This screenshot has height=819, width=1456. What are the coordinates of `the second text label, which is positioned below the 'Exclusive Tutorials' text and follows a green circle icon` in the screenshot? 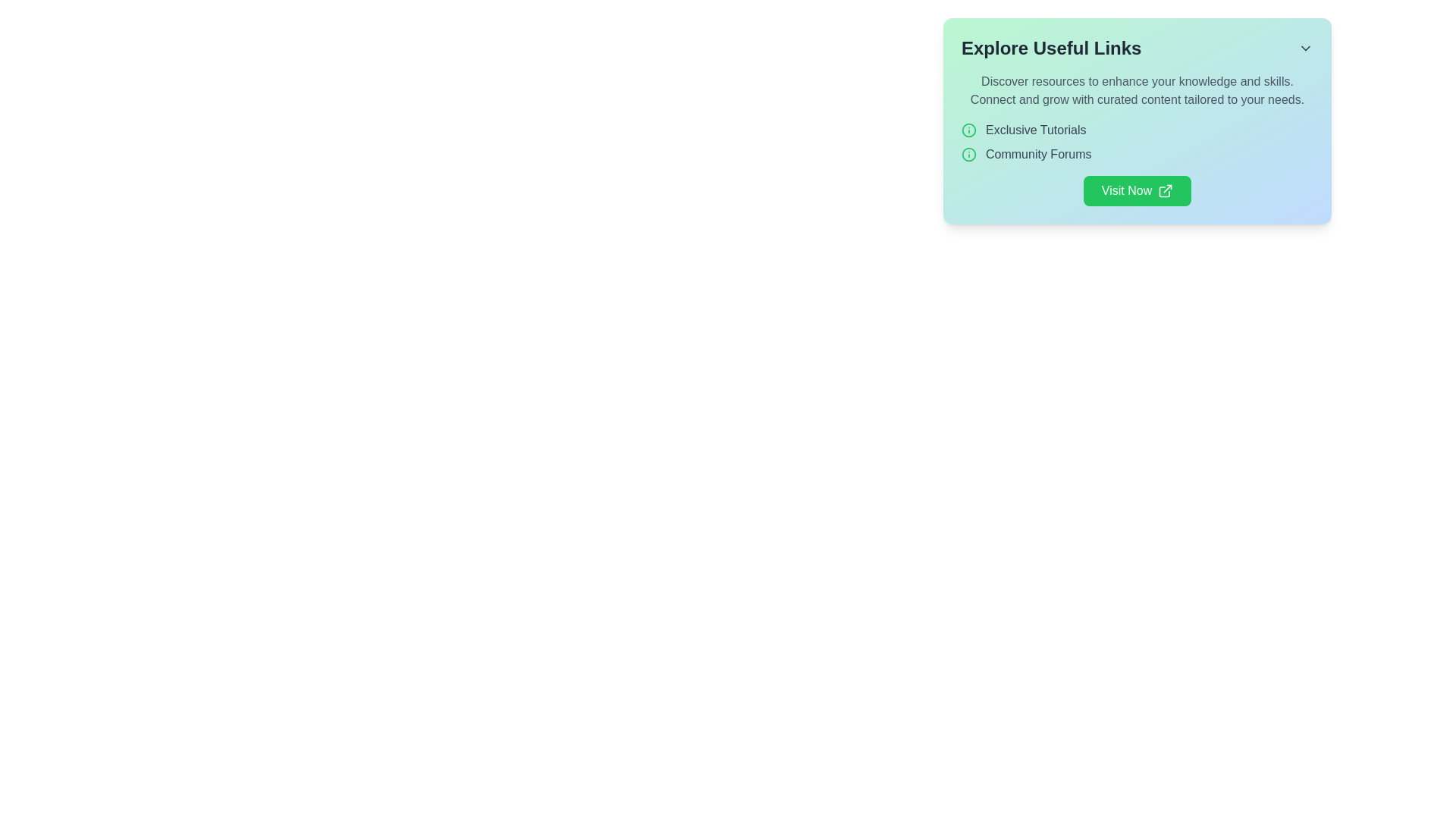 It's located at (1037, 155).